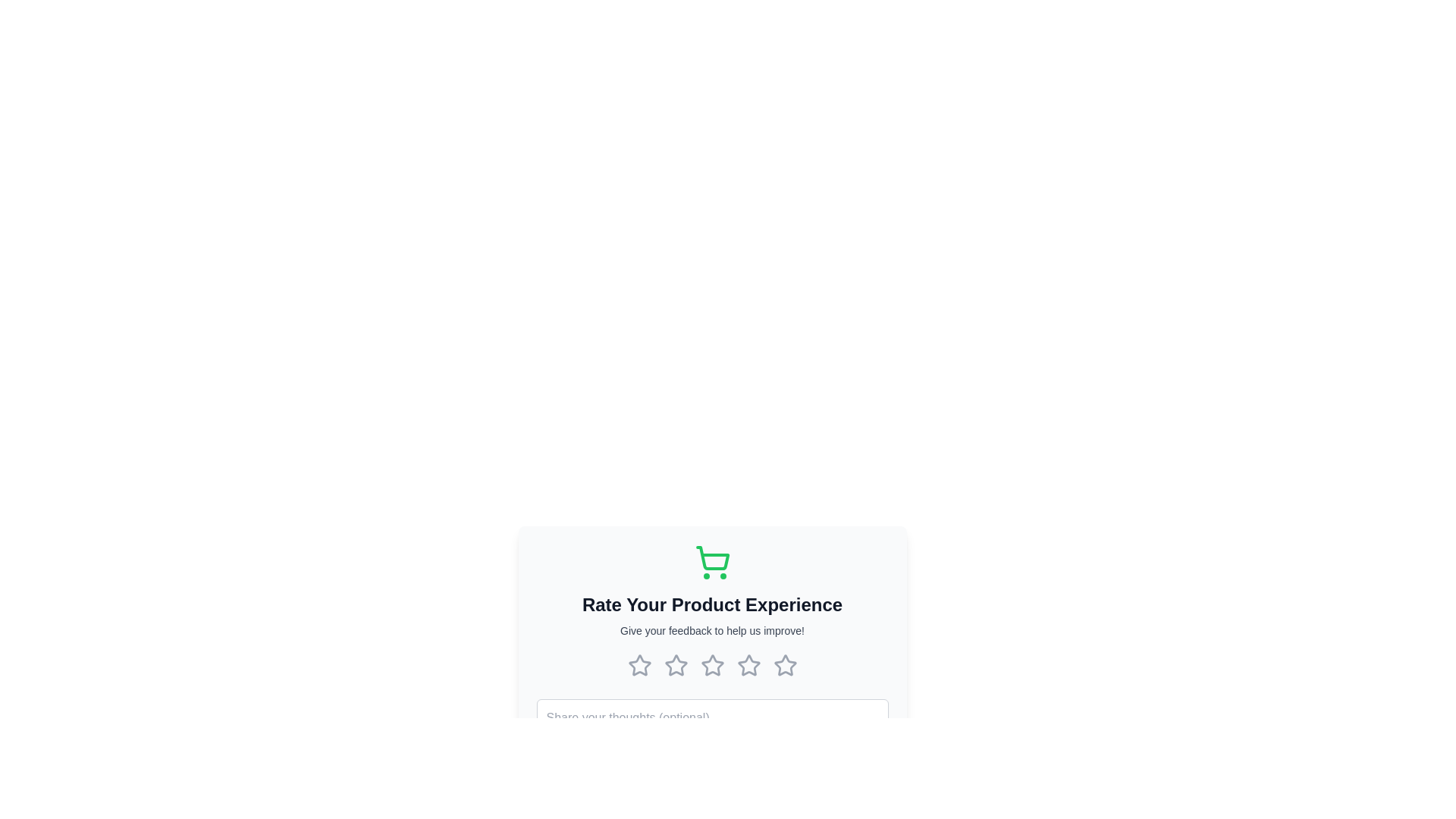 This screenshot has height=819, width=1456. Describe the element at coordinates (748, 665) in the screenshot. I see `the fourth star button in the rating row to change its color to yellow, which represents a rating of four stars out of five` at that location.